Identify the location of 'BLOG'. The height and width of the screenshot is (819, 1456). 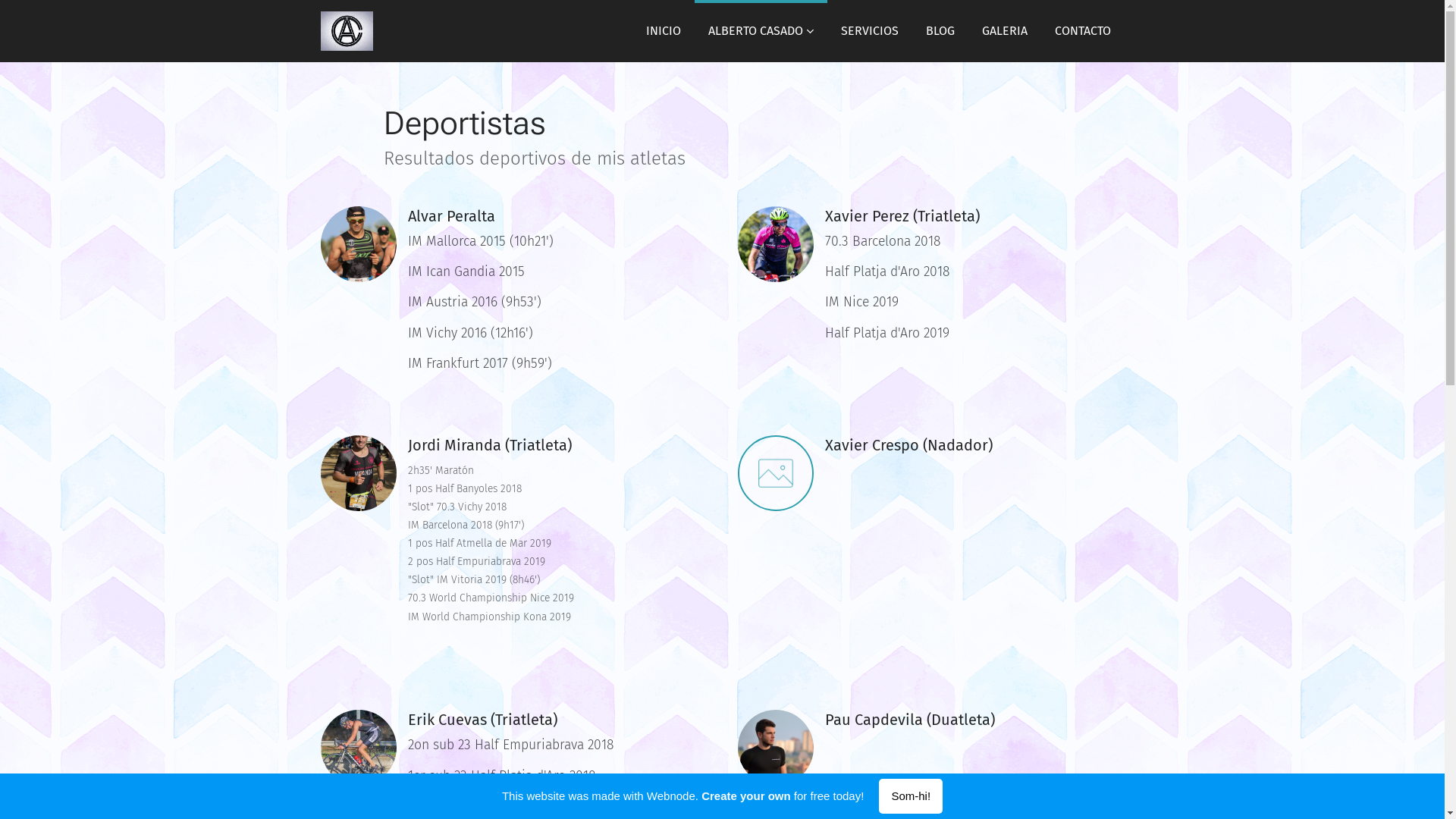
(910, 31).